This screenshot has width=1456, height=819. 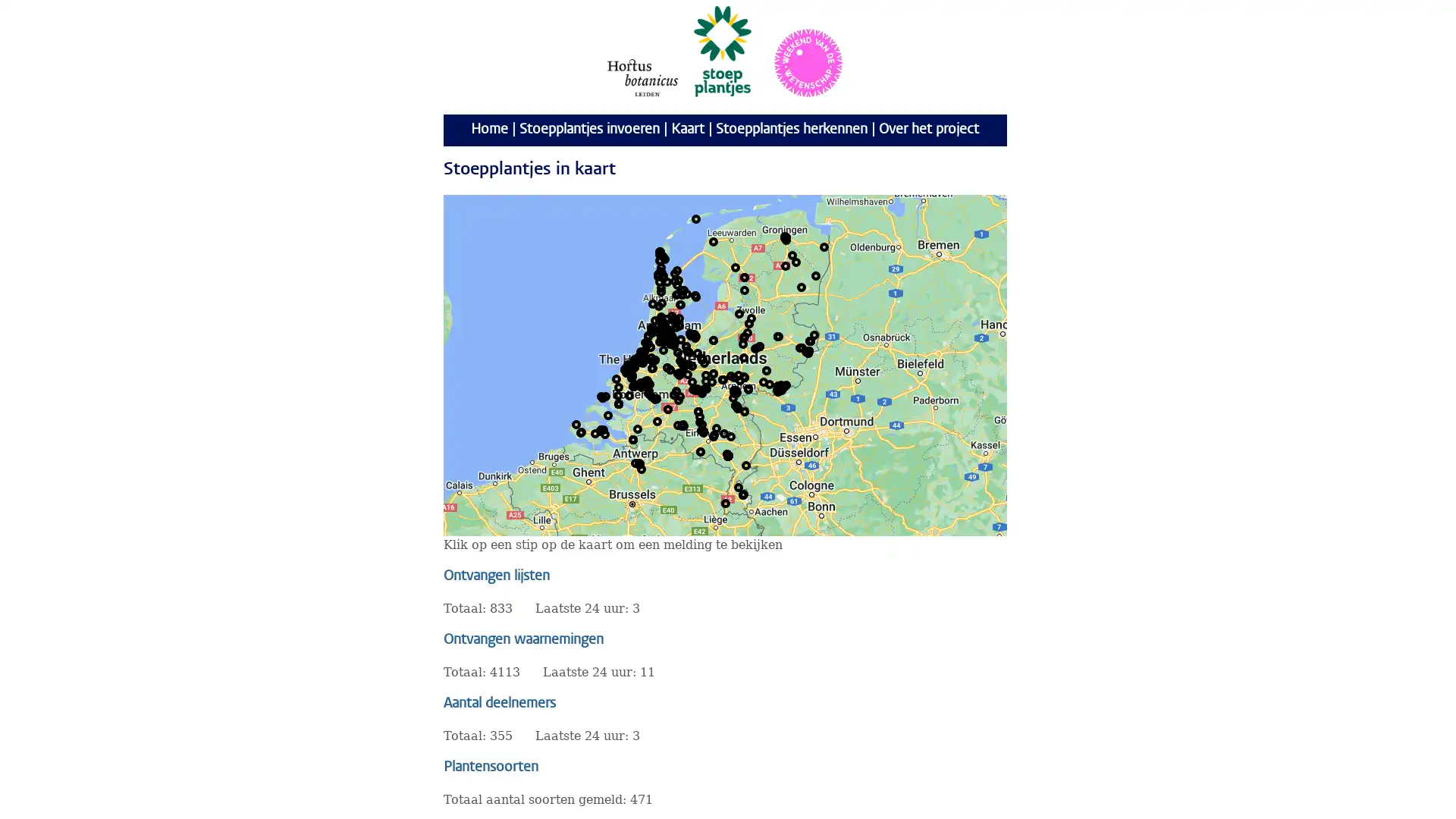 What do you see at coordinates (701, 391) in the screenshot?
I see `Telling van Marijke Mauritsz op 14 oktober 2021` at bounding box center [701, 391].